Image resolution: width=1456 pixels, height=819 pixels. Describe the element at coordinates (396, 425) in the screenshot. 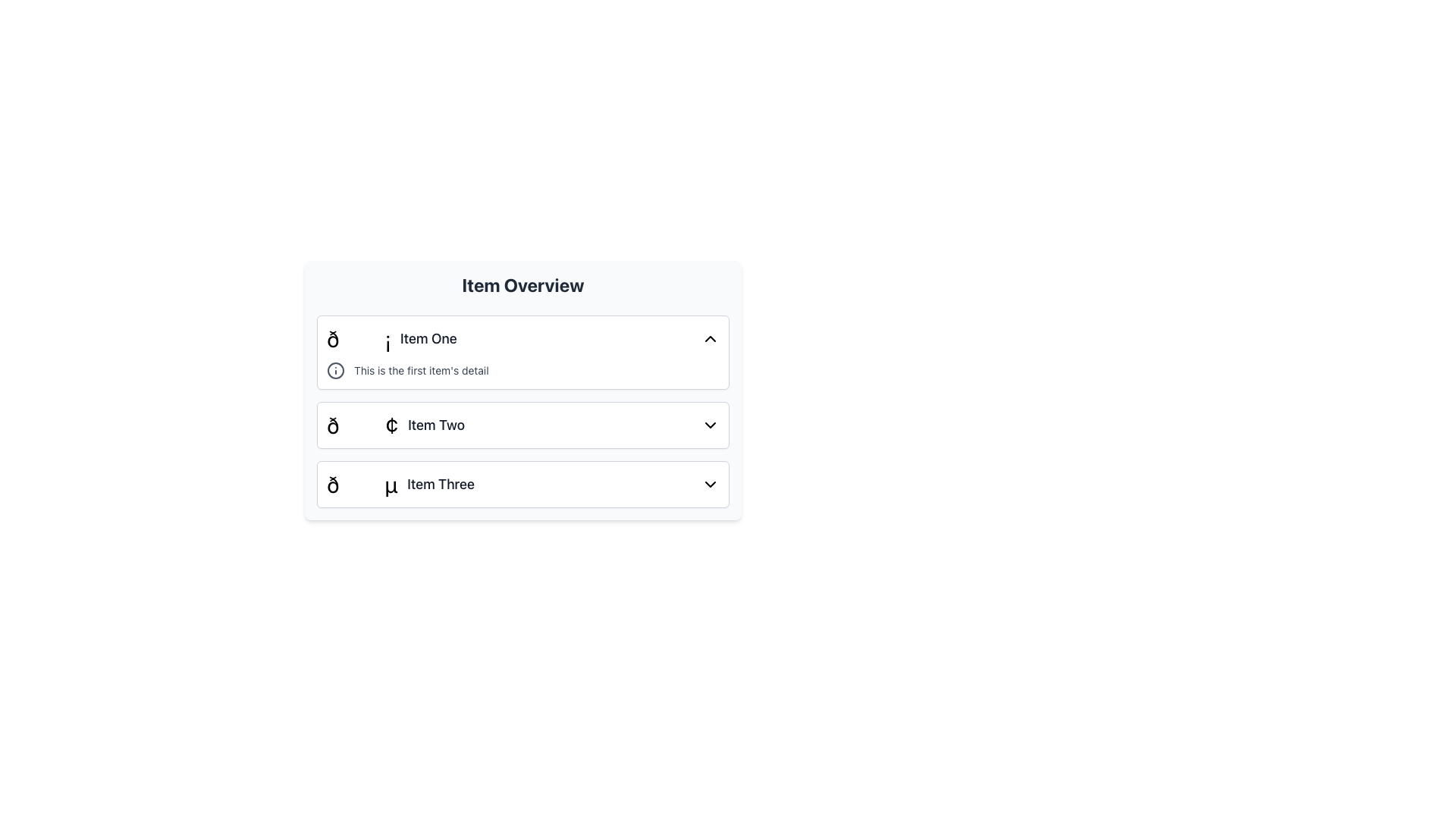

I see `the list item displaying '🟢 Item Two'` at that location.